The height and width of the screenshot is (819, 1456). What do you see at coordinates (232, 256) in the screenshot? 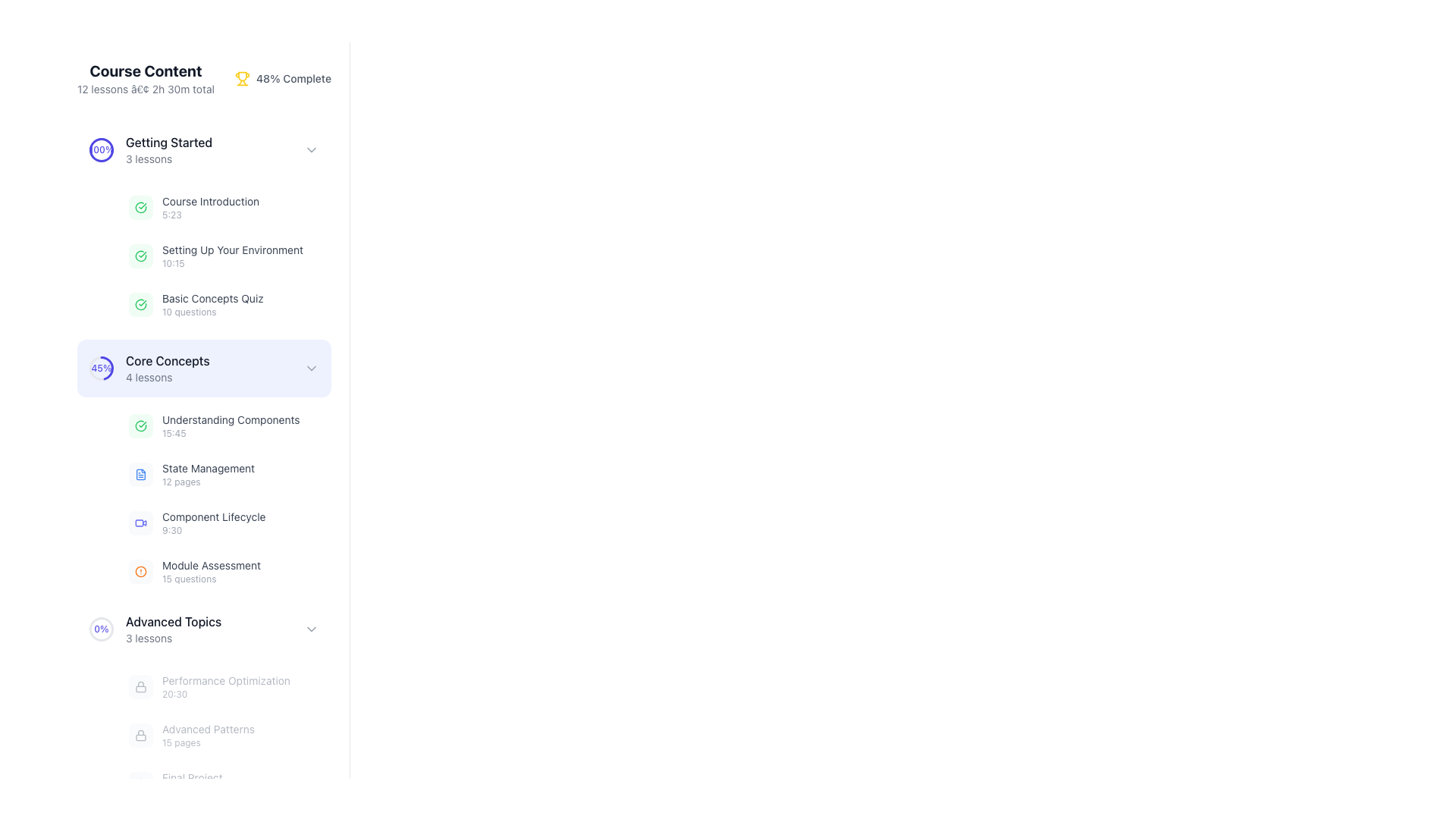
I see `the second list item under the 'Getting Started' section` at bounding box center [232, 256].